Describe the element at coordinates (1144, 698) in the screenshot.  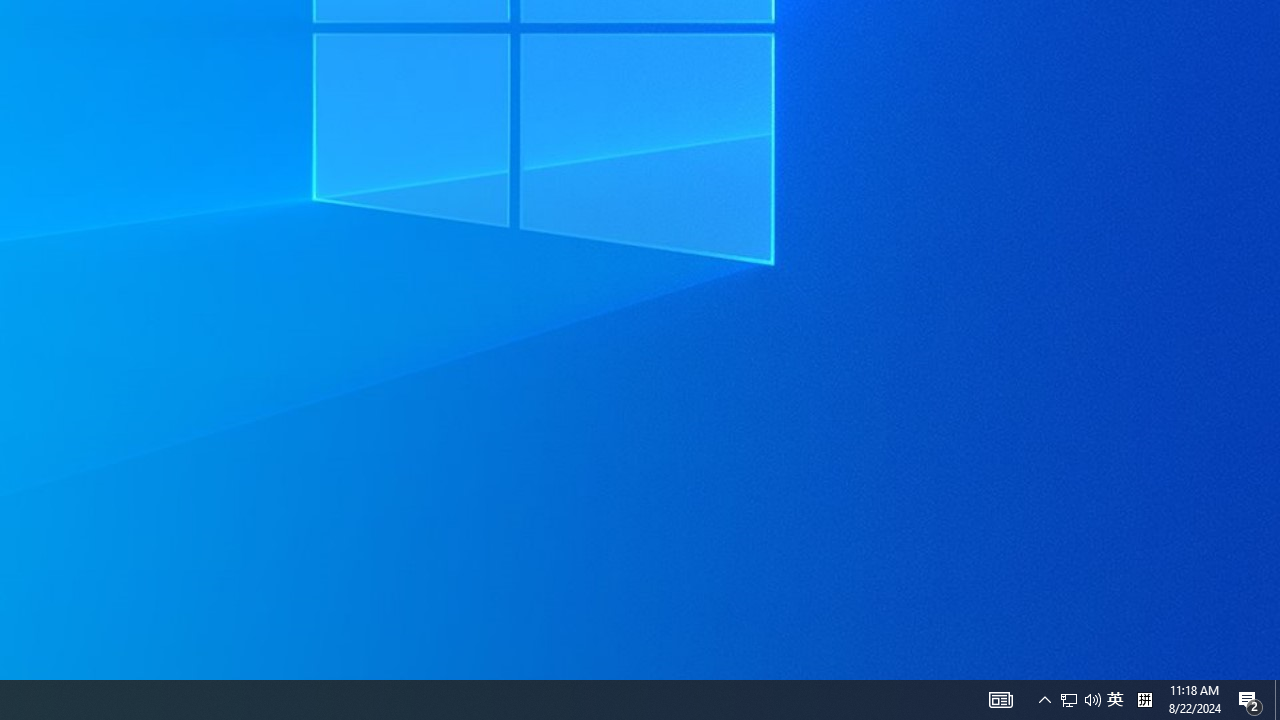
I see `'Tray Input Indicator - Chinese (Simplified, China)'` at that location.